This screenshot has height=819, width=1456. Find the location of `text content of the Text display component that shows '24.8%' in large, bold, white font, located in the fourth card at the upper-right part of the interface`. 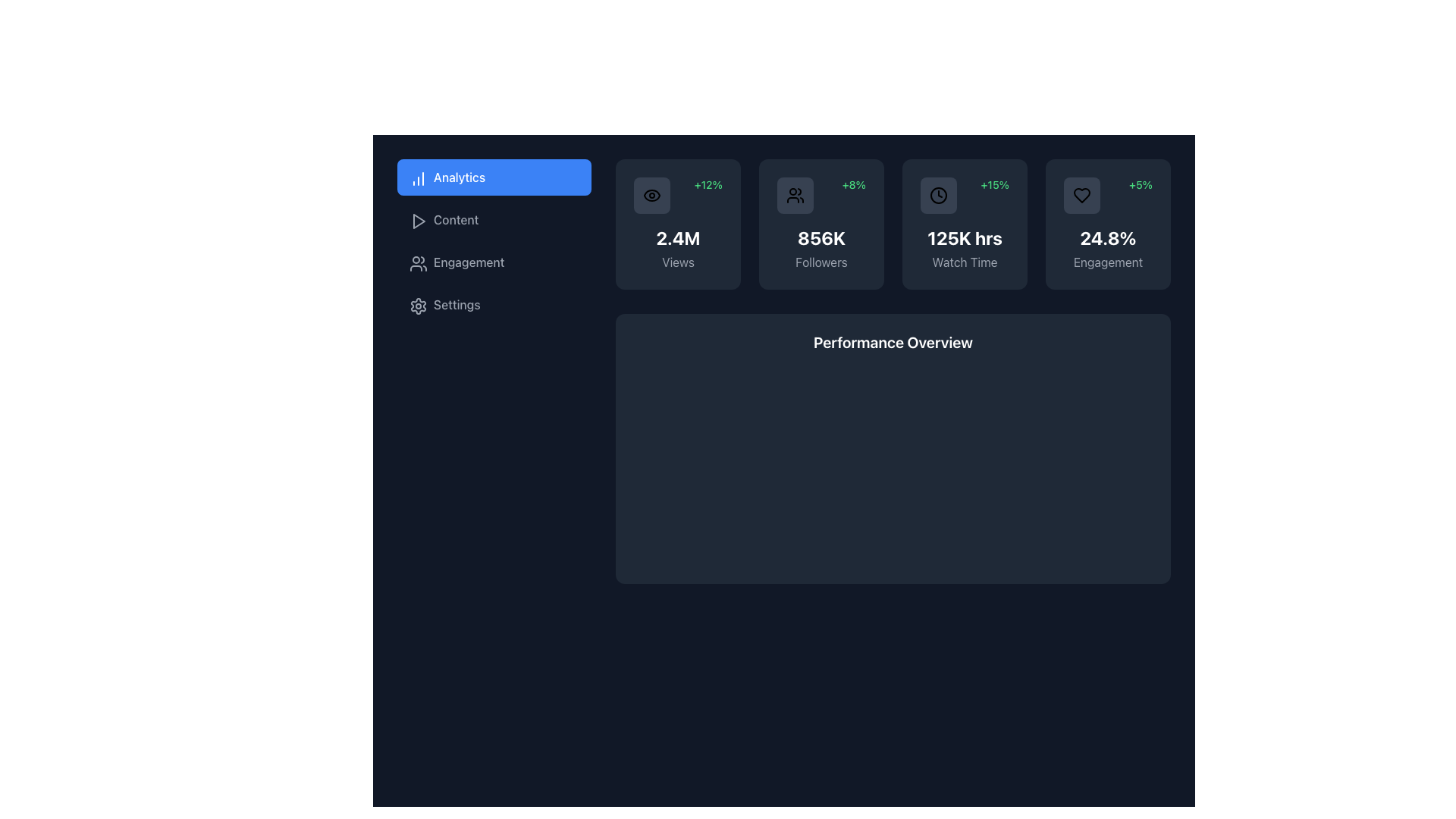

text content of the Text display component that shows '24.8%' in large, bold, white font, located in the fourth card at the upper-right part of the interface is located at coordinates (1108, 237).